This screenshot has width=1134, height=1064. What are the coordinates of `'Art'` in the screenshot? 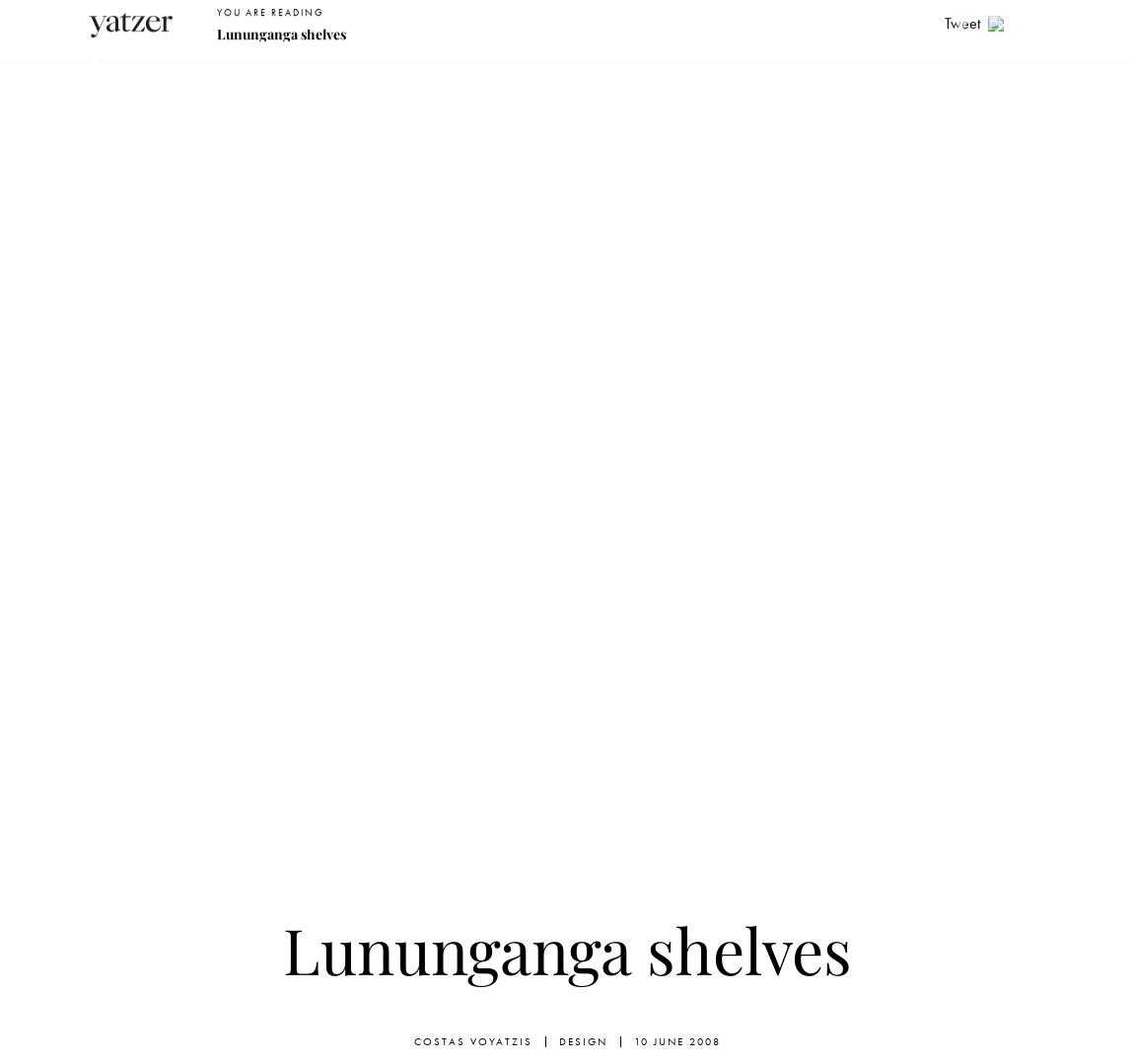 It's located at (503, 72).